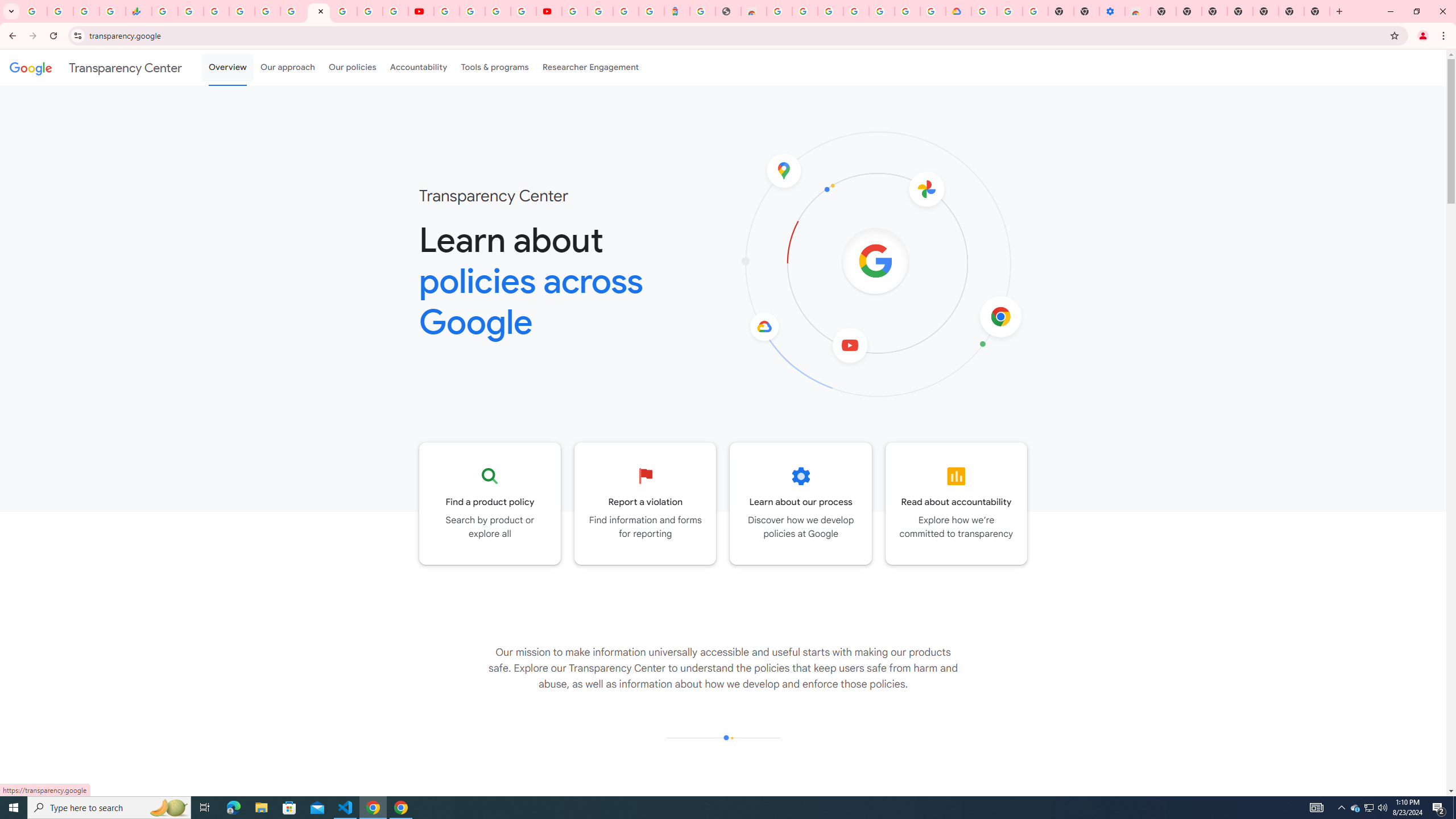 This screenshot has width=1456, height=819. Describe the element at coordinates (418, 67) in the screenshot. I see `'Accountability'` at that location.